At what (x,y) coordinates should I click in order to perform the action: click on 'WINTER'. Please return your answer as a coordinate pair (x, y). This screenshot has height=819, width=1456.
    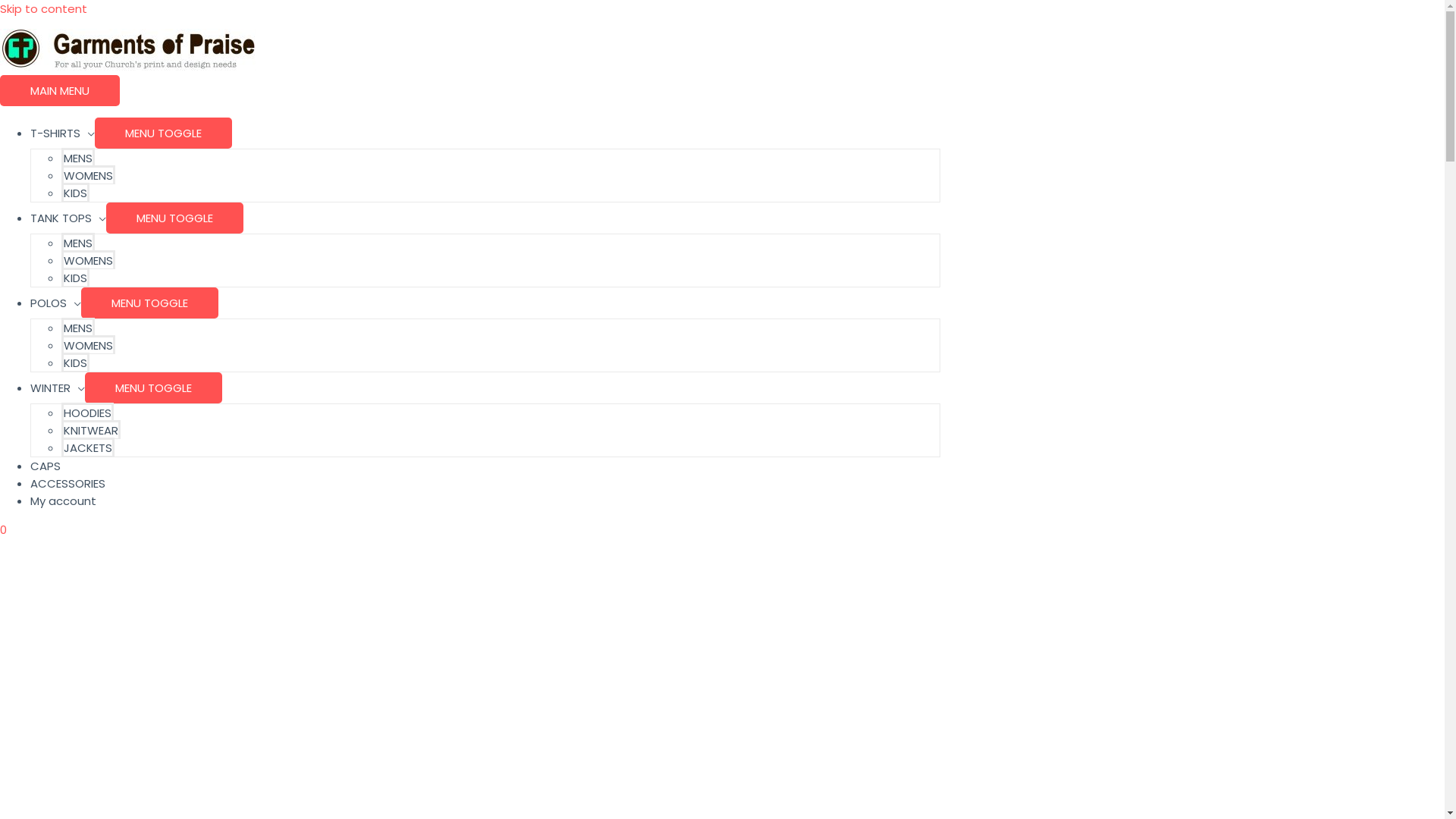
    Looking at the image, I should click on (58, 387).